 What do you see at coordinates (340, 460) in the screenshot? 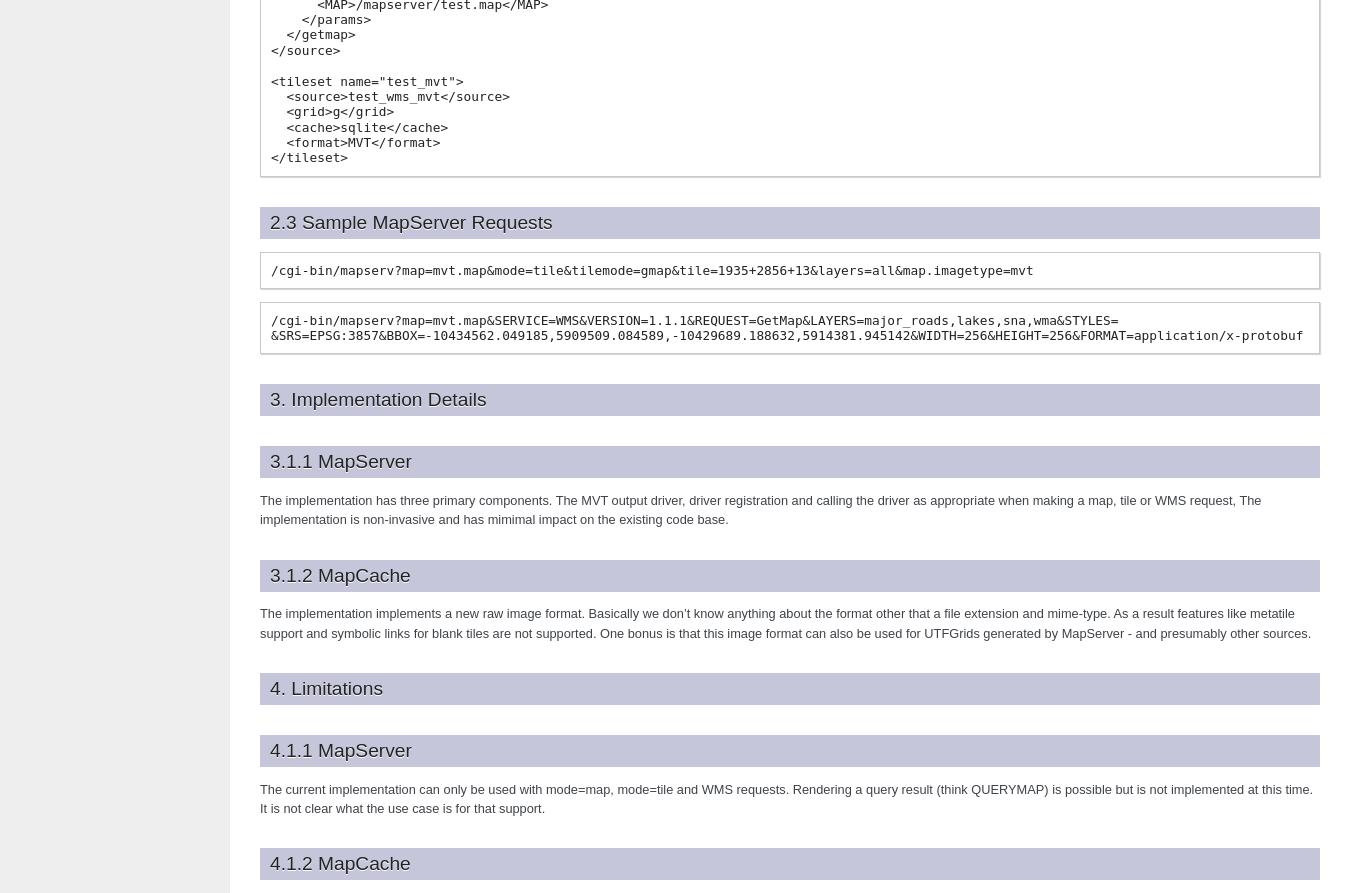
I see `'3.1.1 MapServer'` at bounding box center [340, 460].